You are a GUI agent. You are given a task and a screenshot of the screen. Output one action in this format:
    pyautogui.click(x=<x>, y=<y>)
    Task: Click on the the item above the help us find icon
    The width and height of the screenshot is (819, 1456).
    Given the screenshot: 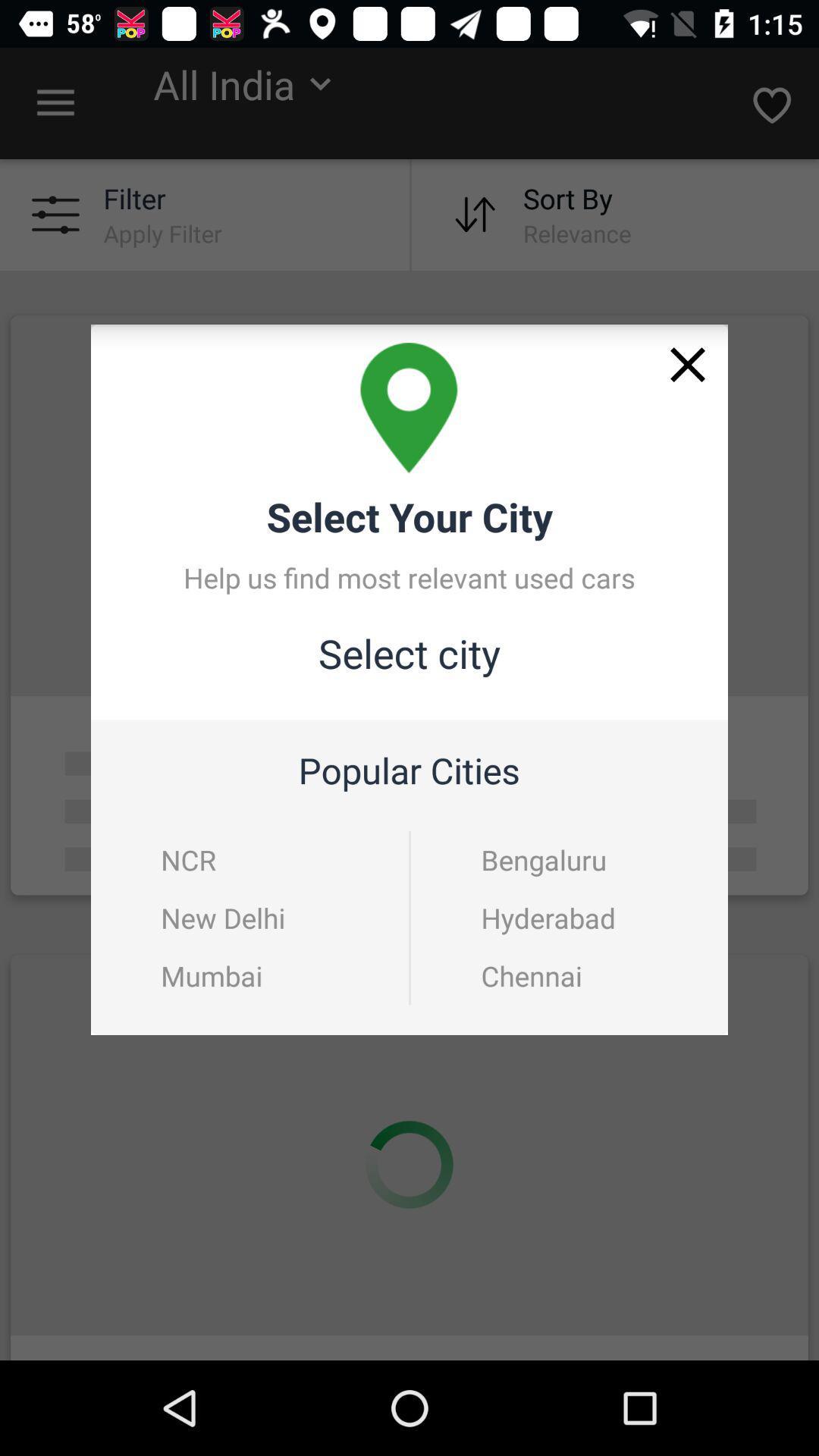 What is the action you would take?
    pyautogui.click(x=688, y=365)
    